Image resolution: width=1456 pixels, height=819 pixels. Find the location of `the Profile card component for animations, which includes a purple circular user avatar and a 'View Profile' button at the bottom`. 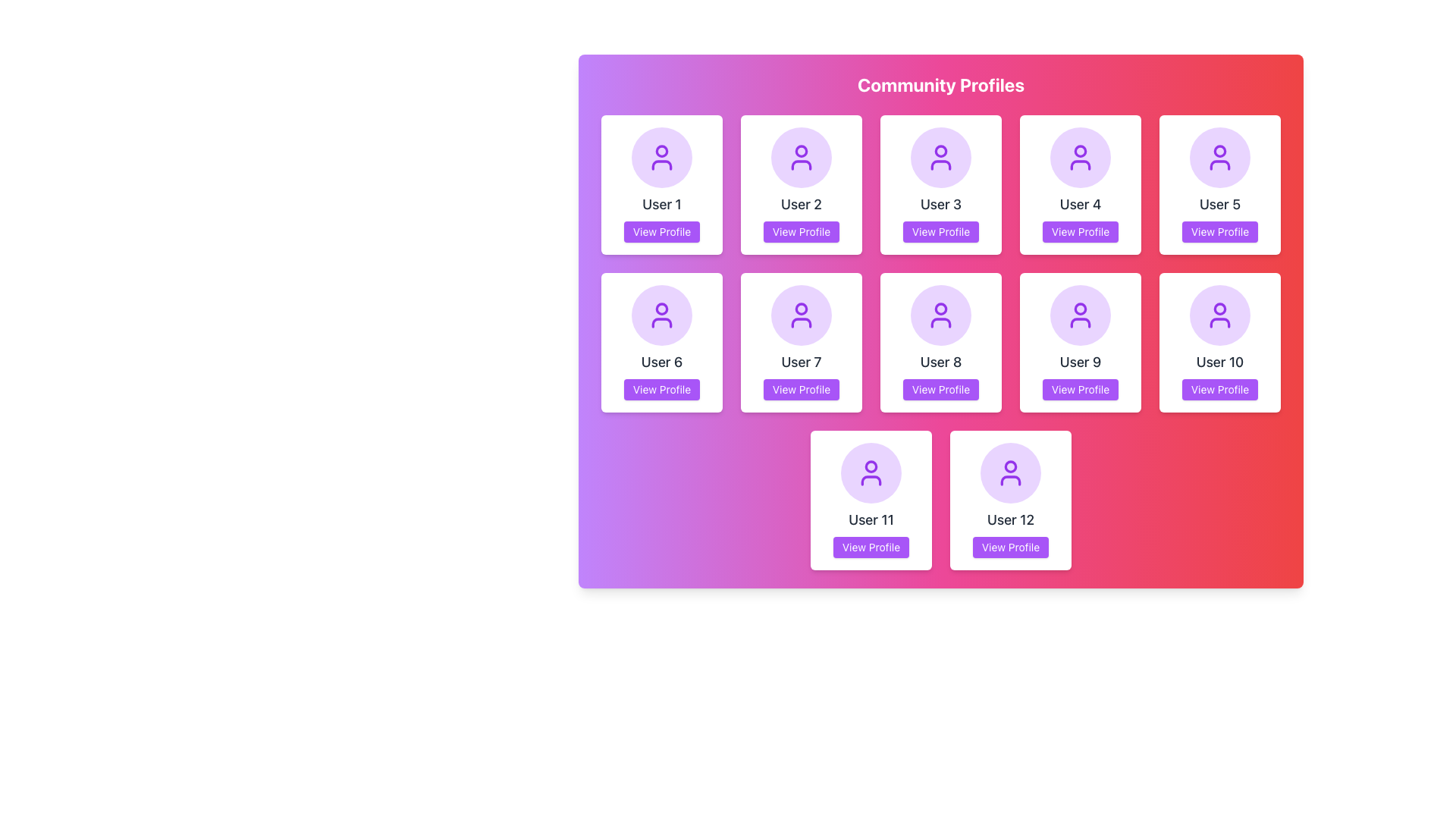

the Profile card component for animations, which includes a purple circular user avatar and a 'View Profile' button at the bottom is located at coordinates (1080, 342).